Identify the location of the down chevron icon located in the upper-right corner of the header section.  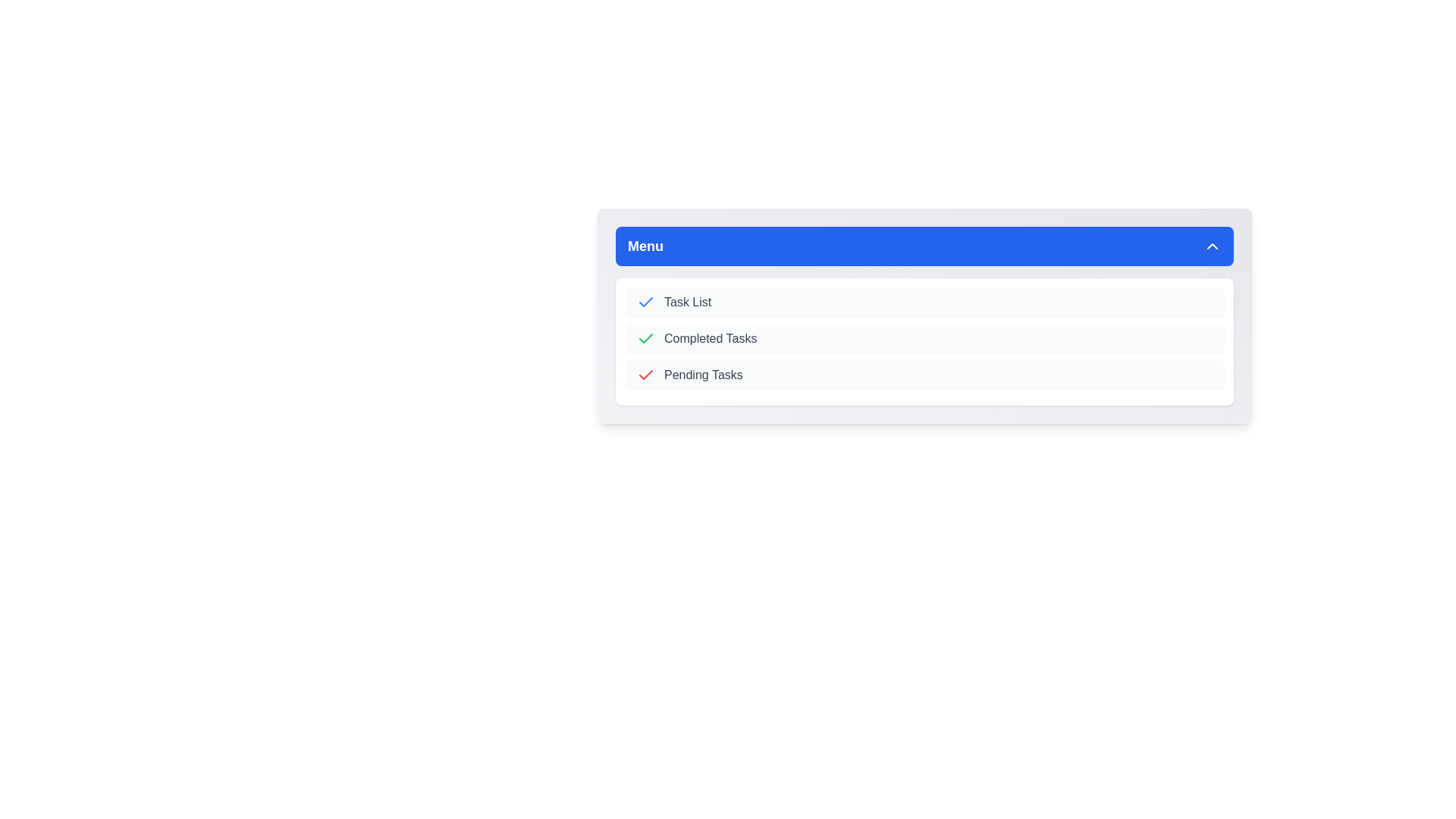
(1211, 245).